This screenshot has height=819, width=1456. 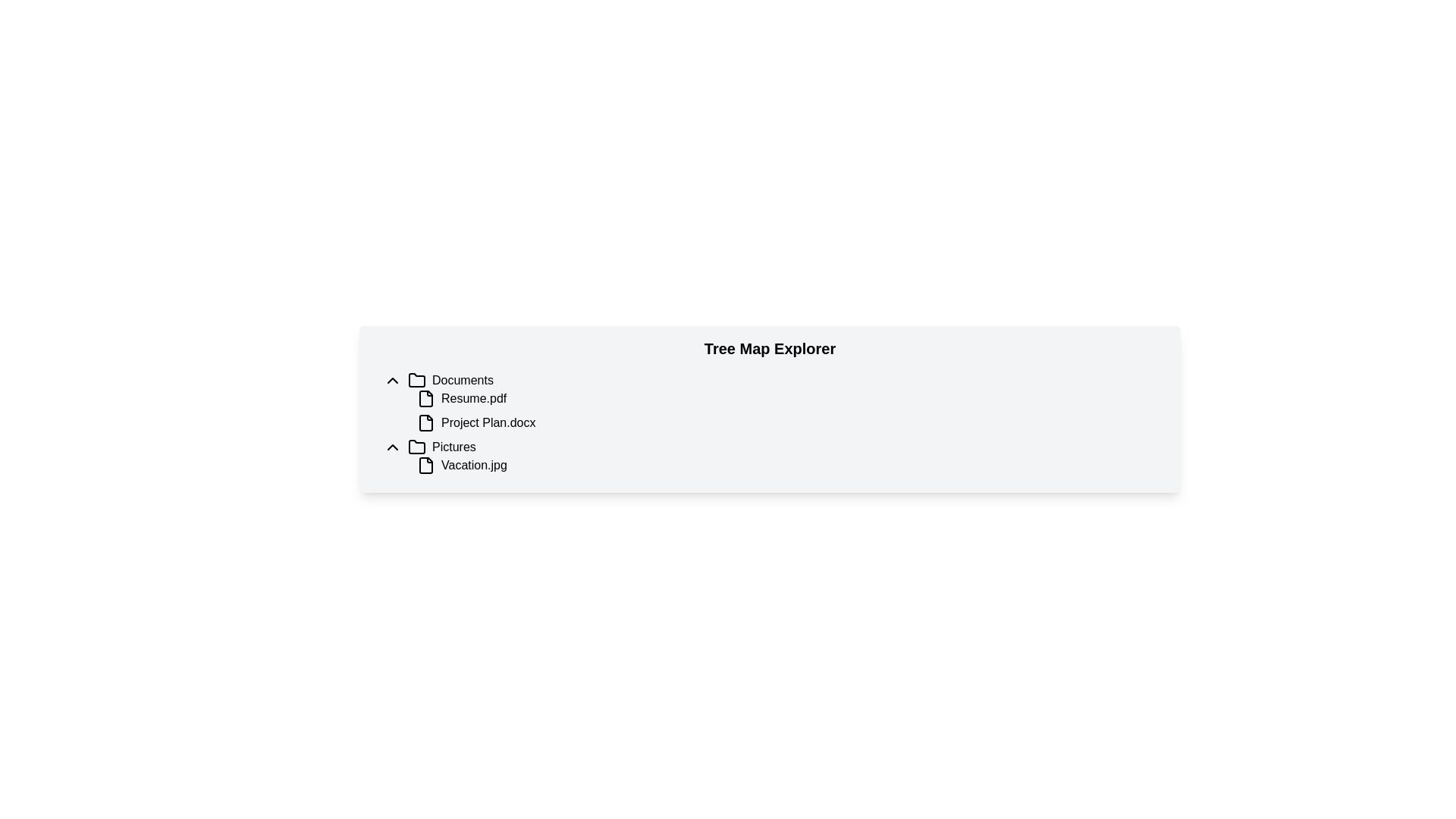 What do you see at coordinates (488, 423) in the screenshot?
I see `the text label 'Project Plan.docx'` at bounding box center [488, 423].